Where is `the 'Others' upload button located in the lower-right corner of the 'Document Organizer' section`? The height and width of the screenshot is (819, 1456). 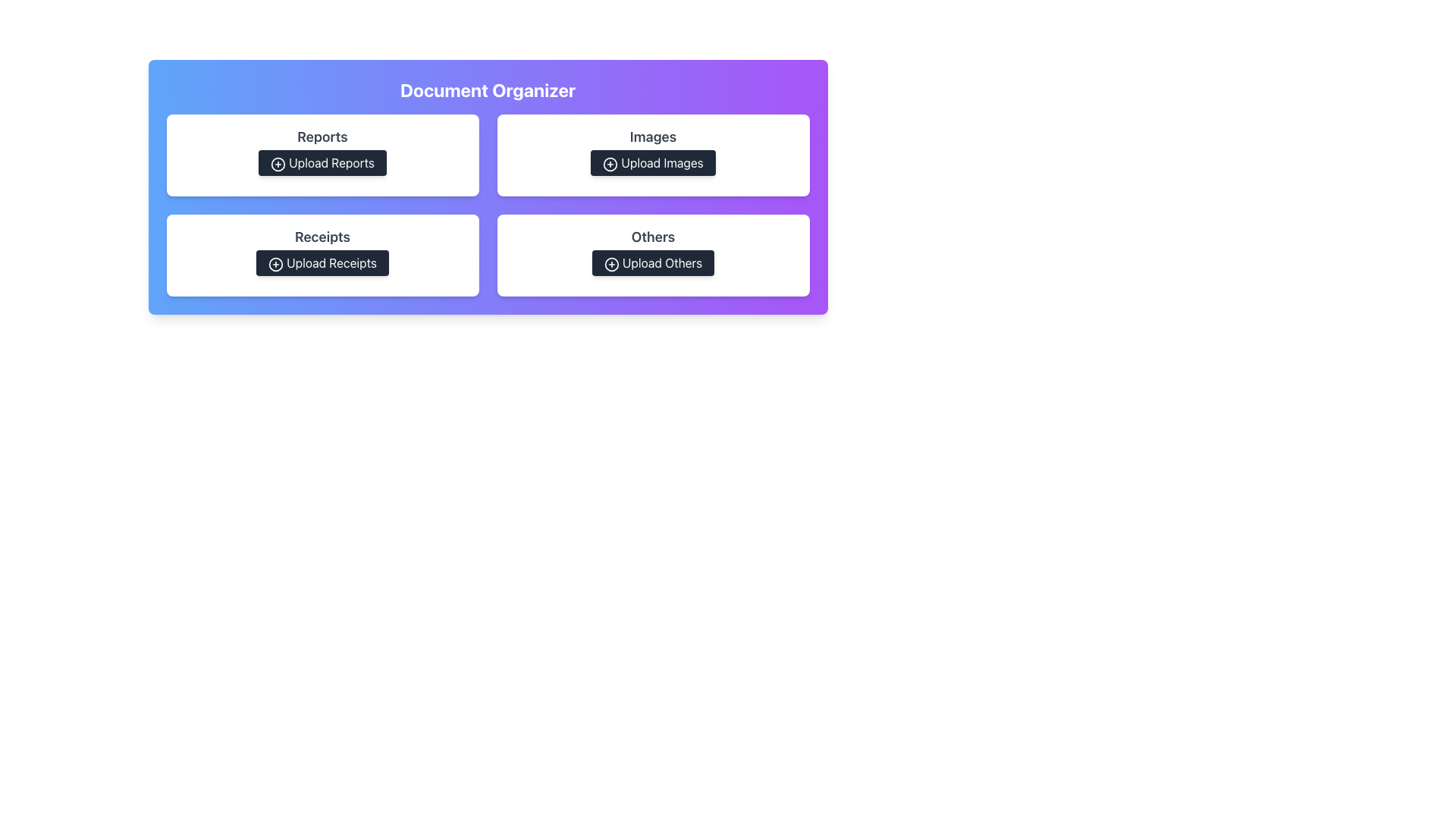 the 'Others' upload button located in the lower-right corner of the 'Document Organizer' section is located at coordinates (653, 262).